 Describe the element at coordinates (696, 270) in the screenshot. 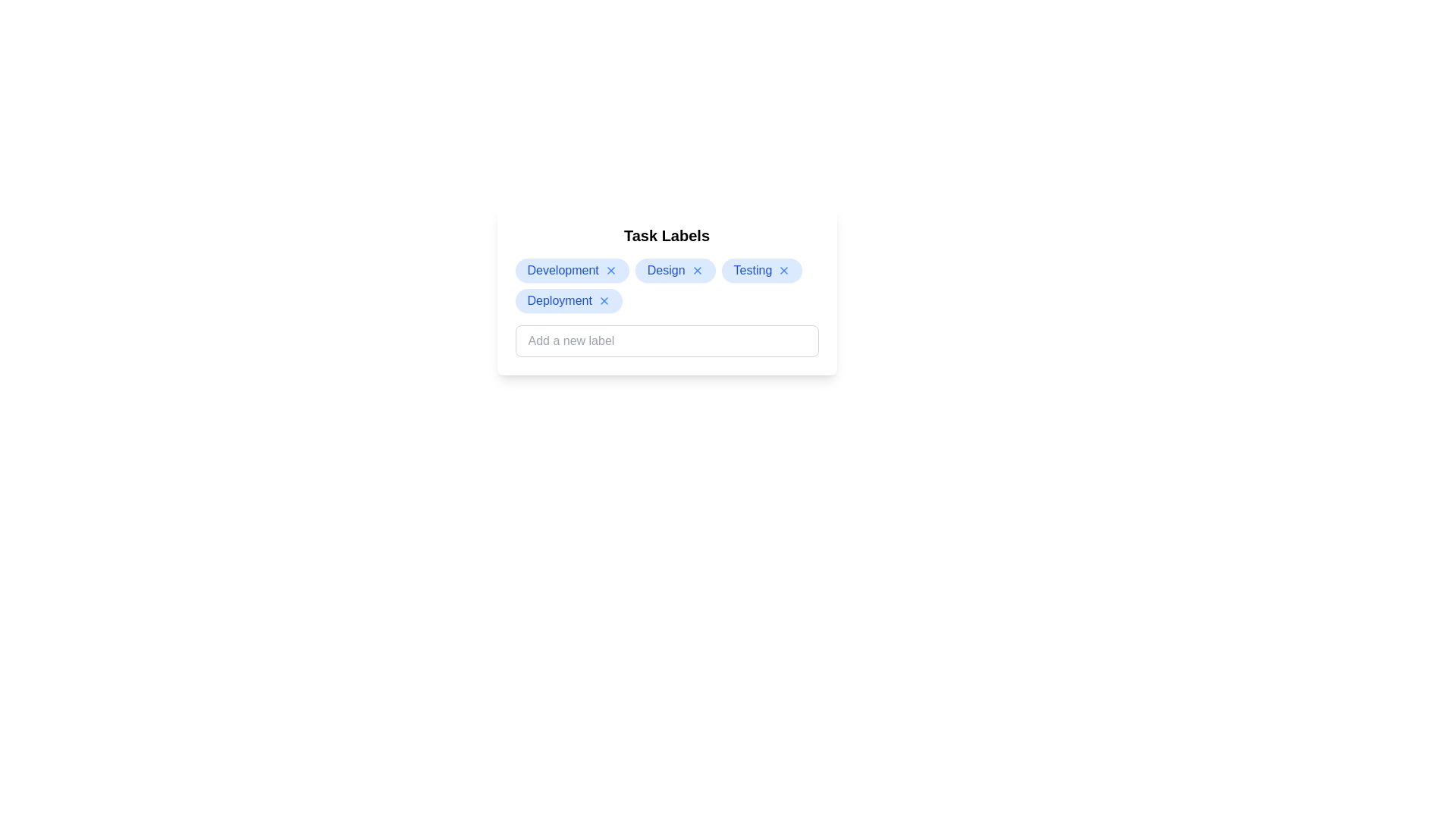

I see `the small blue cross icon located on the right side of the 'Design' label` at that location.